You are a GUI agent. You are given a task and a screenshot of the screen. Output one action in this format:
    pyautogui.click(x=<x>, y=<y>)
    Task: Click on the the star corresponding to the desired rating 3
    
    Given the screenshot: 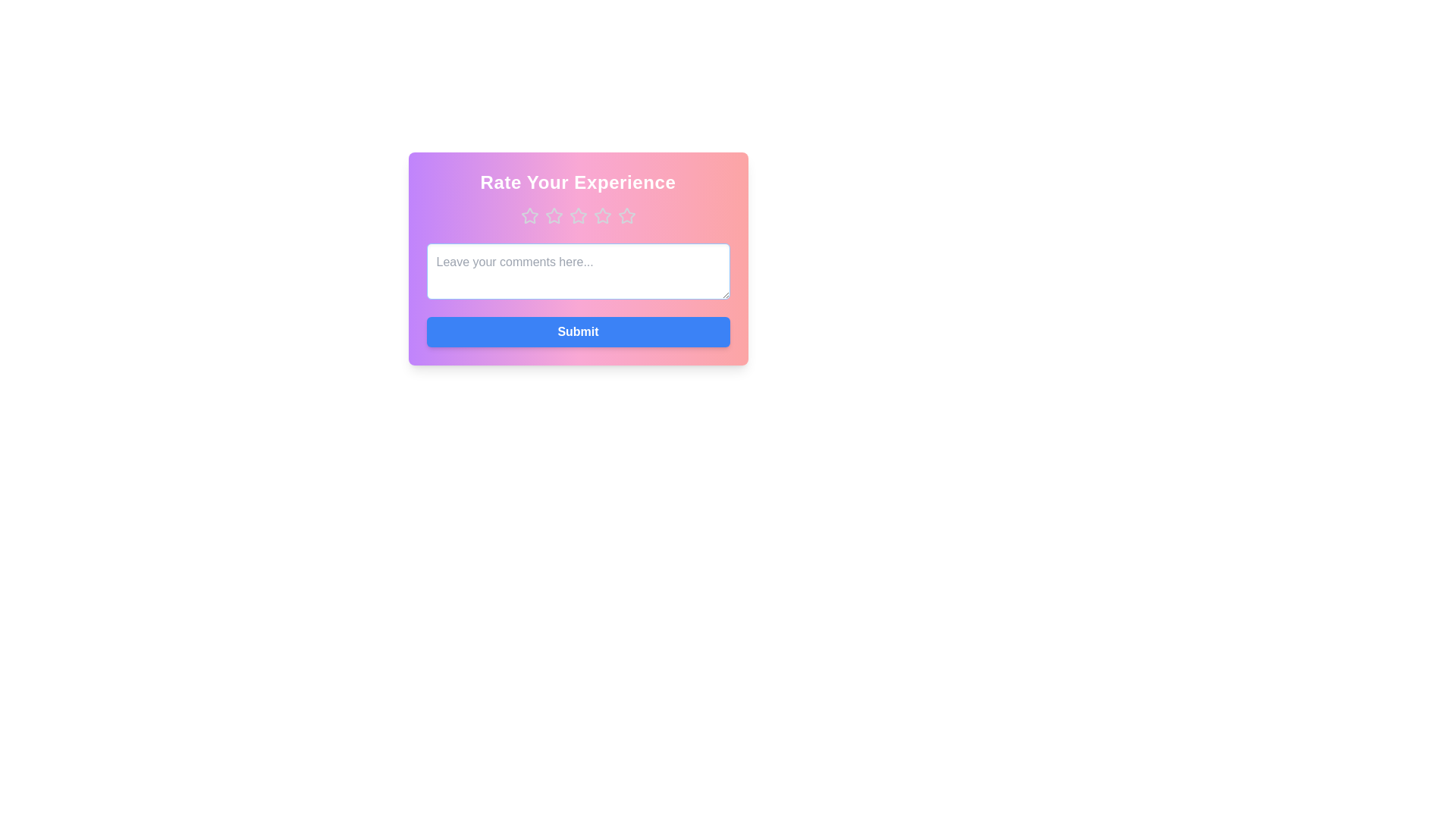 What is the action you would take?
    pyautogui.click(x=577, y=216)
    